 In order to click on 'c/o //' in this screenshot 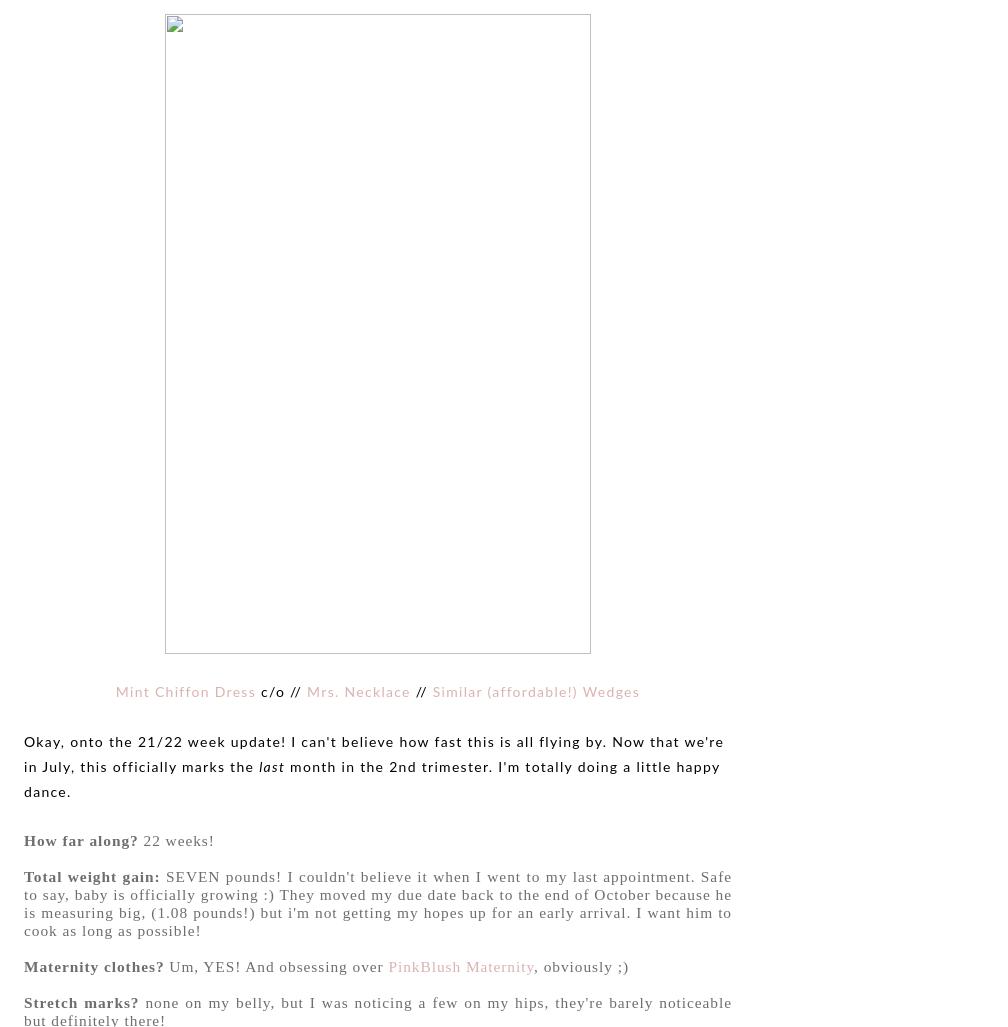, I will do `click(281, 691)`.